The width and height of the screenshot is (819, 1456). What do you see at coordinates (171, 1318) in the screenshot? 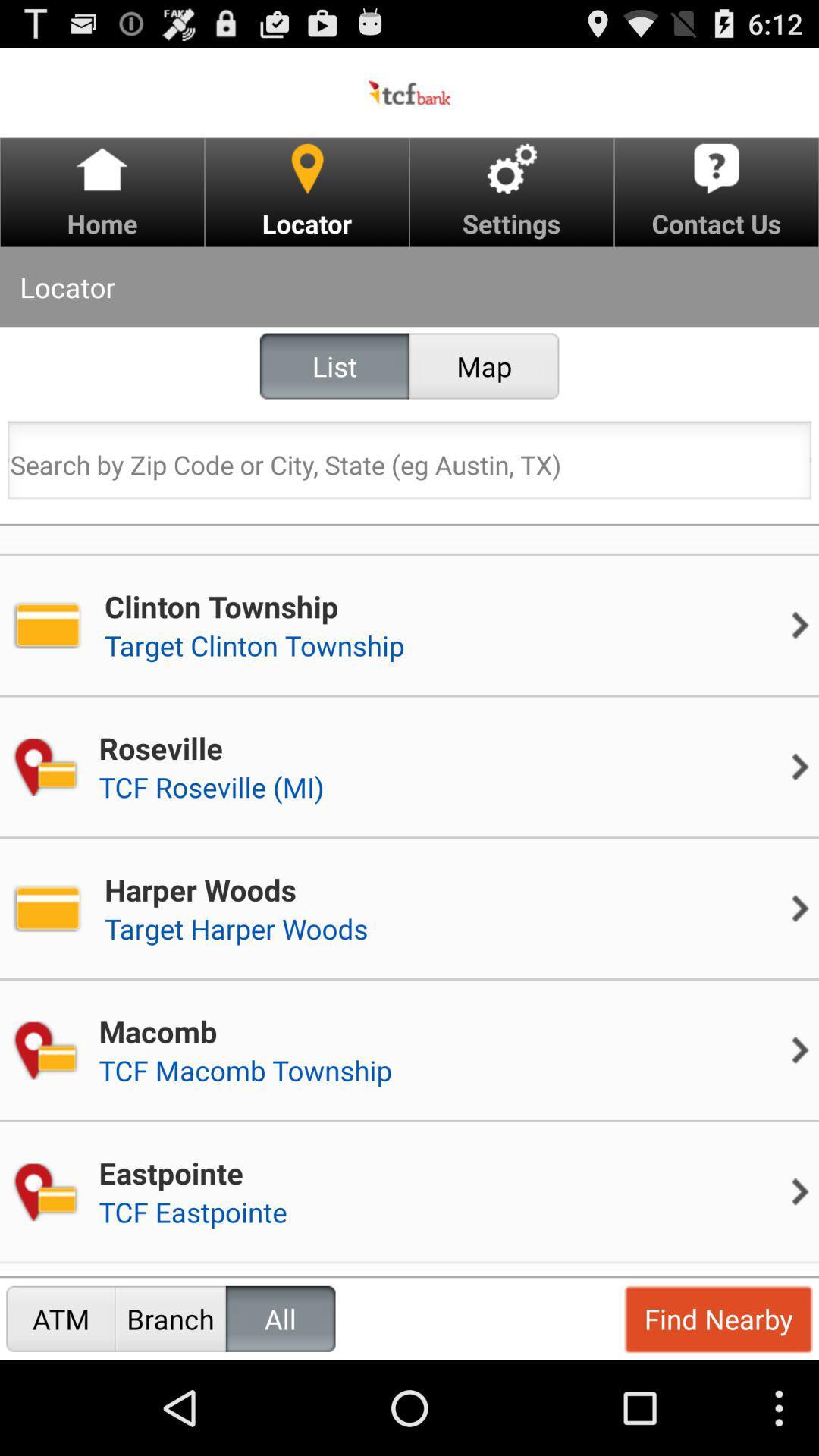
I see `the item next to atm radio button` at bounding box center [171, 1318].